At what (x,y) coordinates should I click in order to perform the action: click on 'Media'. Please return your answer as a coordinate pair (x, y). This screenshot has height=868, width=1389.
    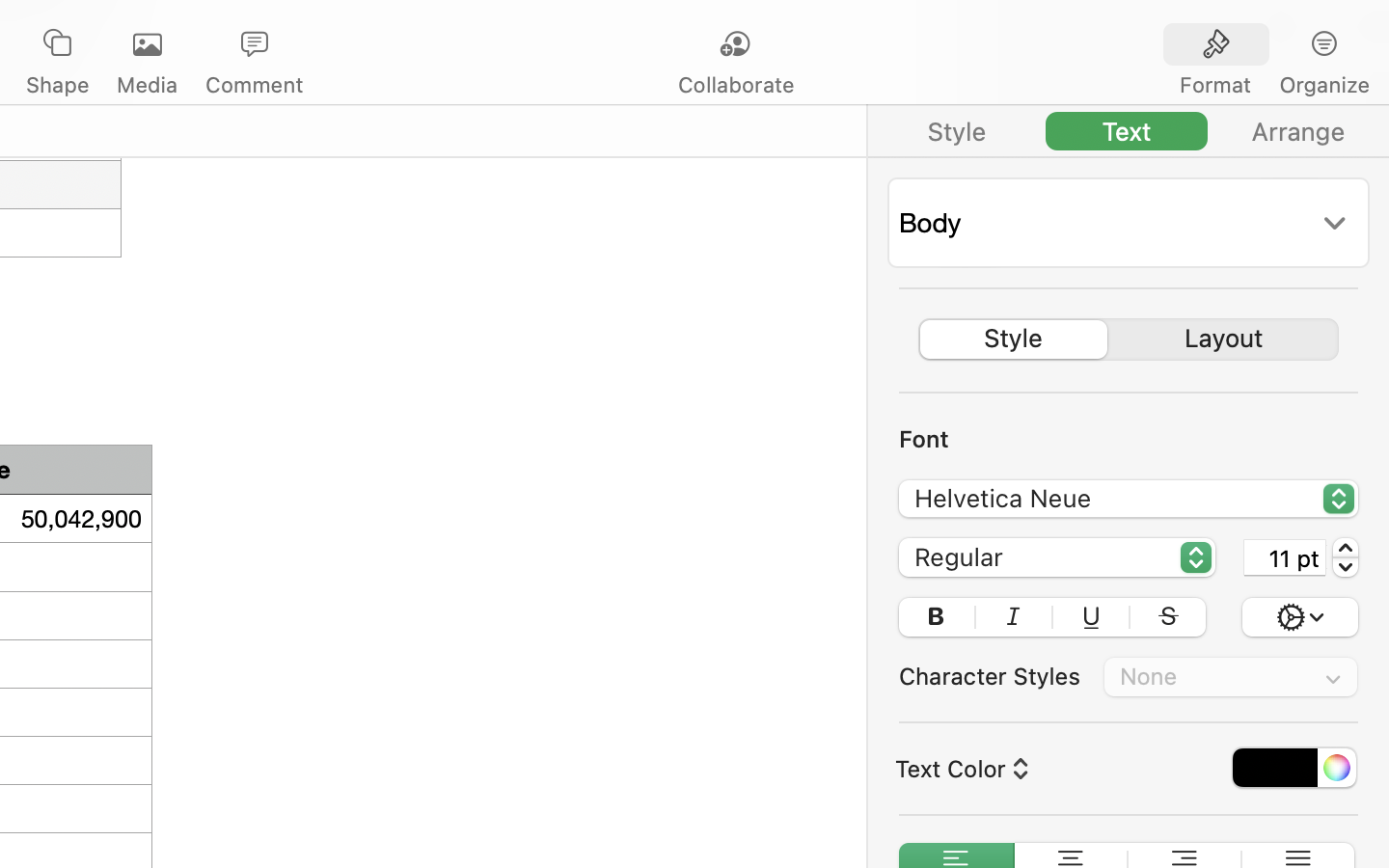
    Looking at the image, I should click on (146, 84).